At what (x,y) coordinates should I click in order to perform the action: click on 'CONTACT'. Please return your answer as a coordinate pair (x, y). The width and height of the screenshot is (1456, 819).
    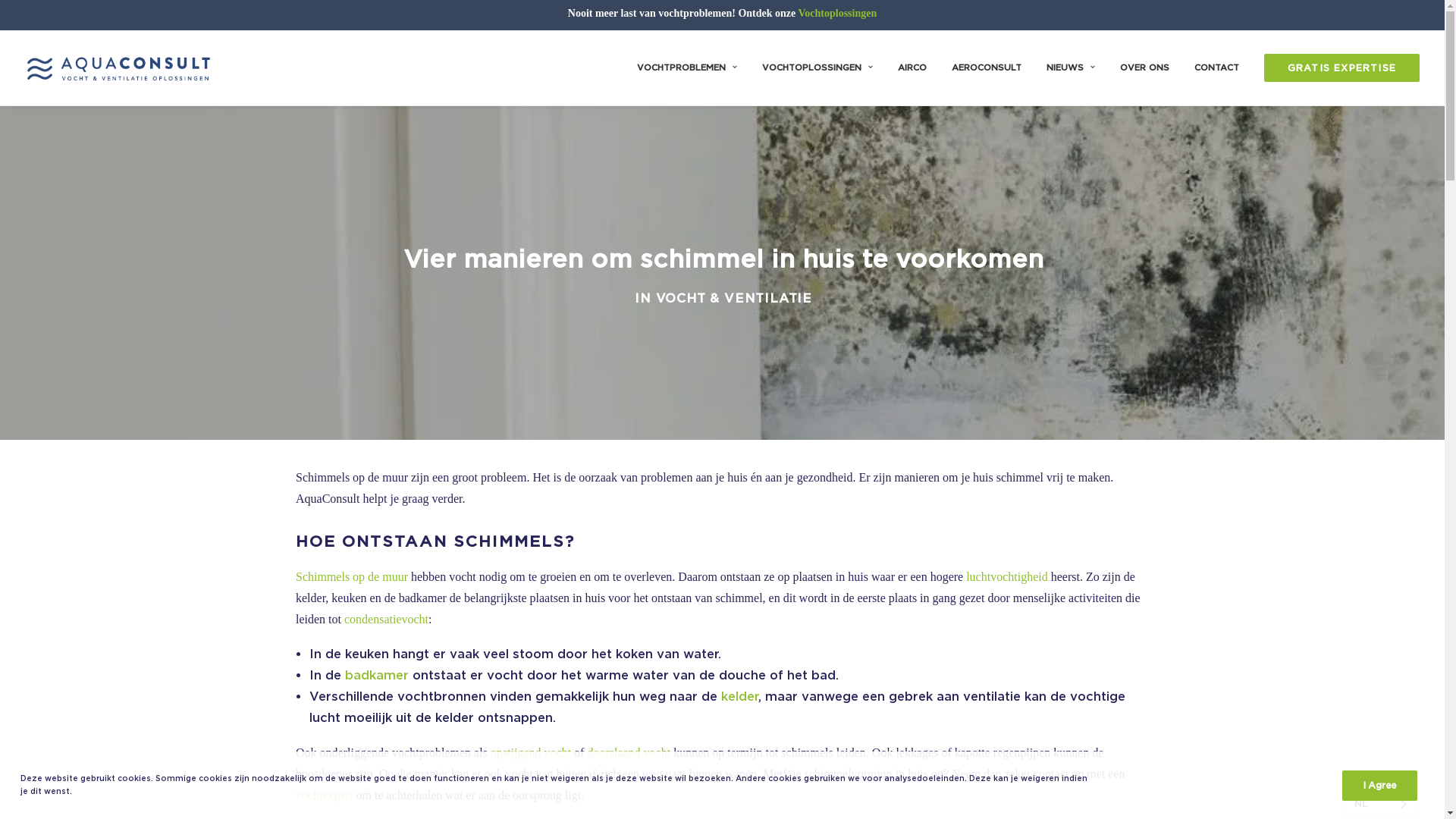
    Looking at the image, I should click on (1216, 67).